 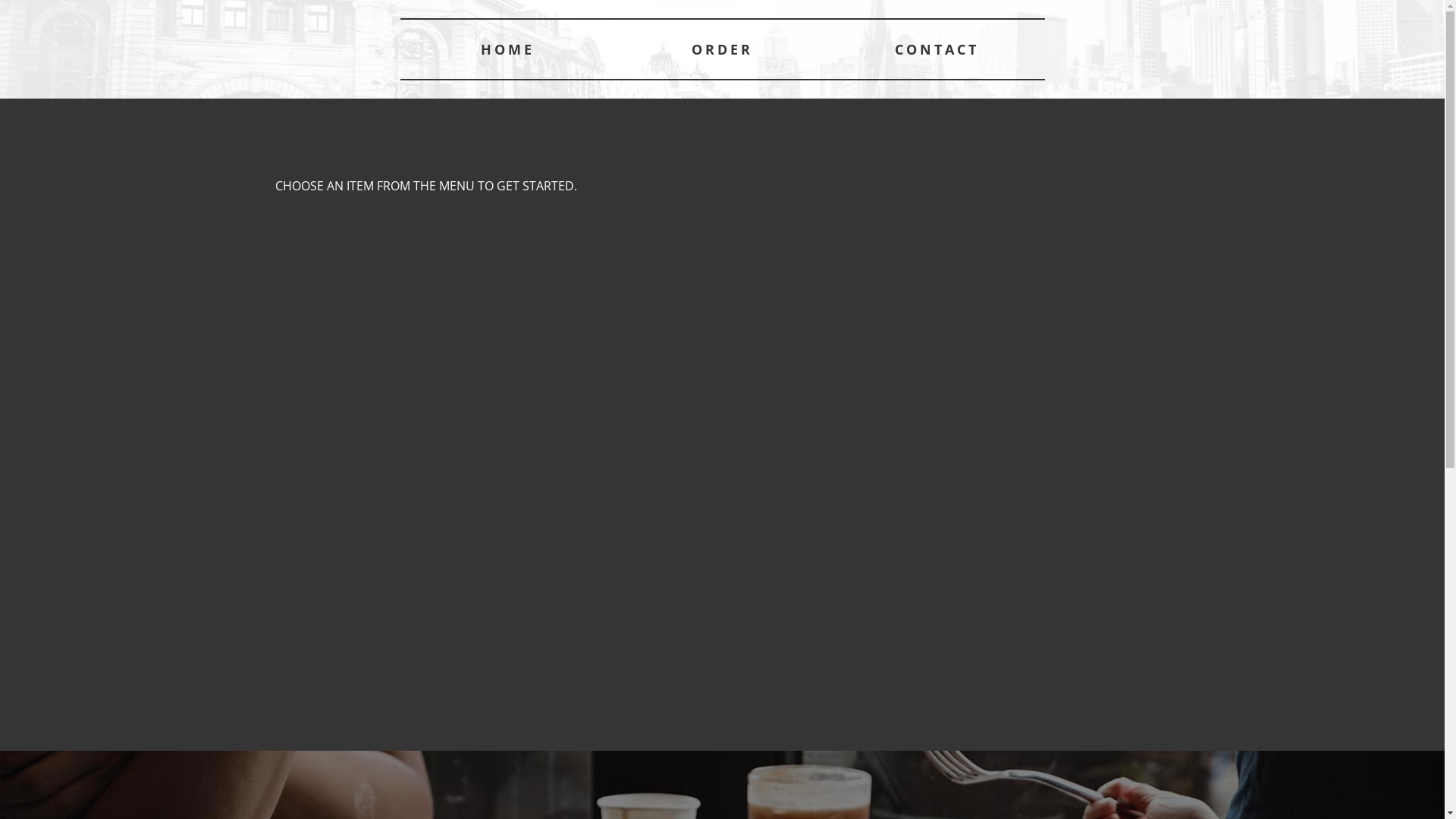 What do you see at coordinates (507, 49) in the screenshot?
I see `'HOME'` at bounding box center [507, 49].